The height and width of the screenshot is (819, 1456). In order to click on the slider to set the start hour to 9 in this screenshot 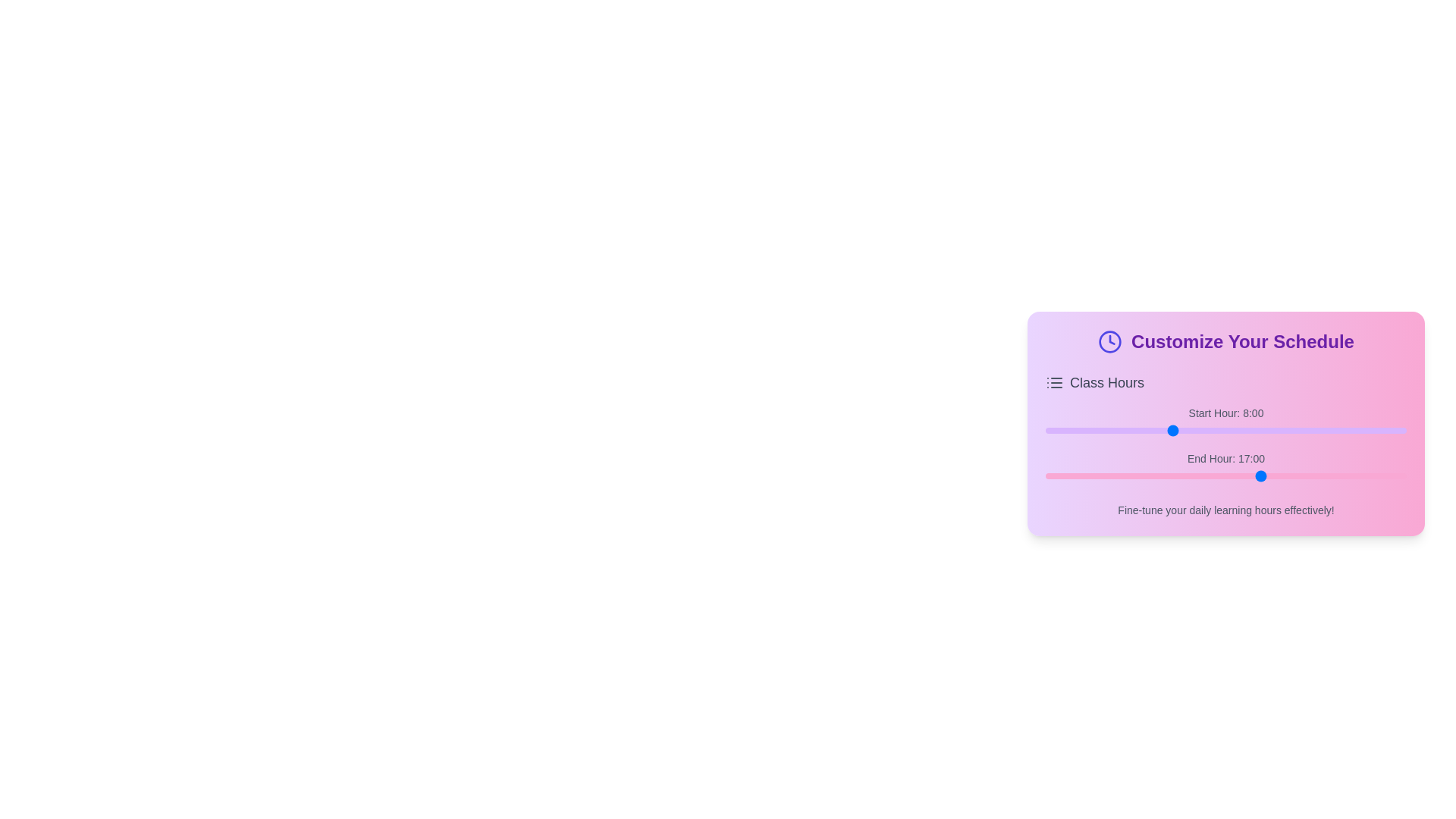, I will do `click(1186, 430)`.